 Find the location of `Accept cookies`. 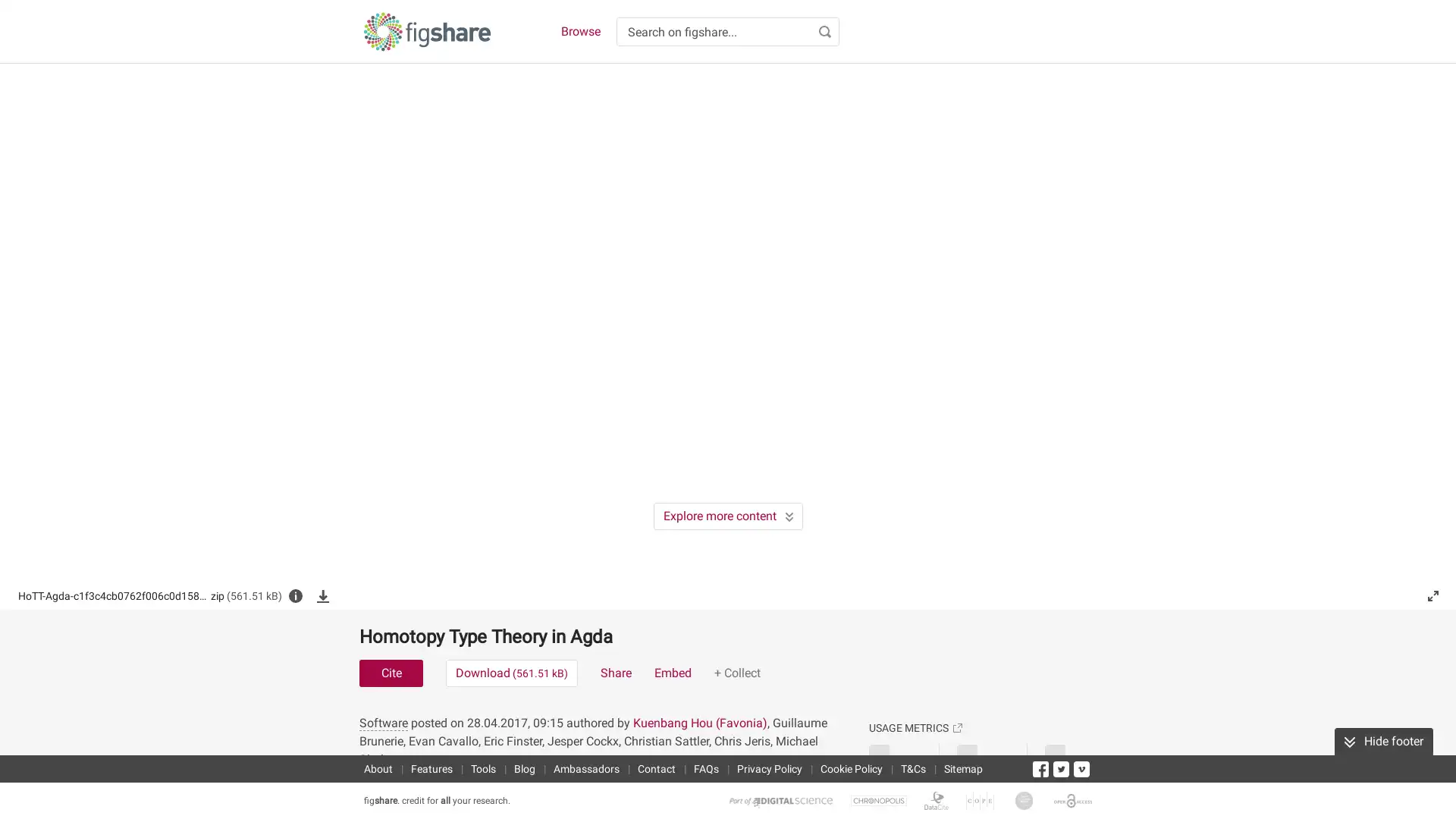

Accept cookies is located at coordinates (1040, 25).